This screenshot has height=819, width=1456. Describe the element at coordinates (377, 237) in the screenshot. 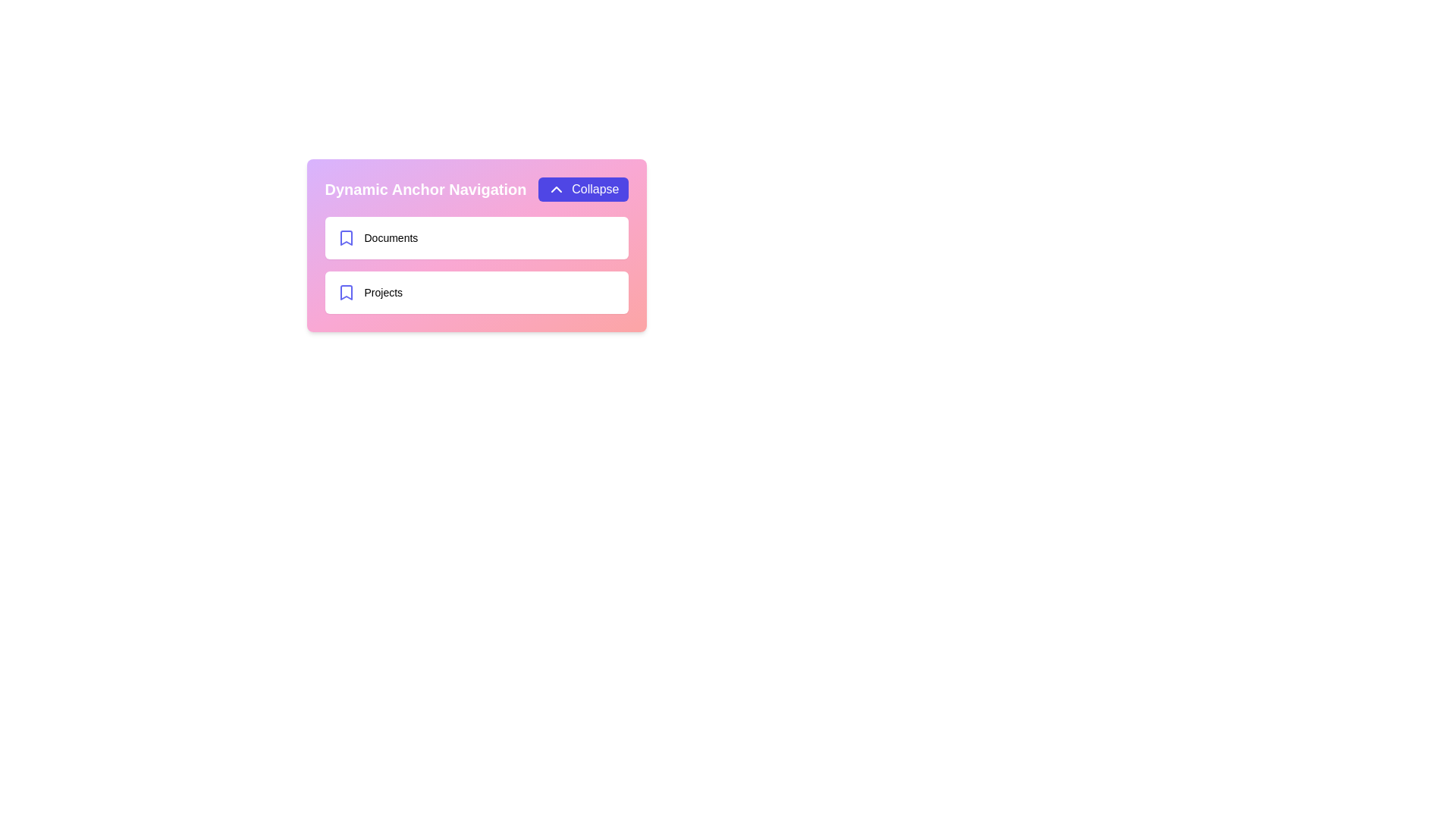

I see `the 'Documents' navigation button located at the top of the vertically stacked list, within a rounded white box below the title 'Dynamic Anchor Navigation'` at that location.